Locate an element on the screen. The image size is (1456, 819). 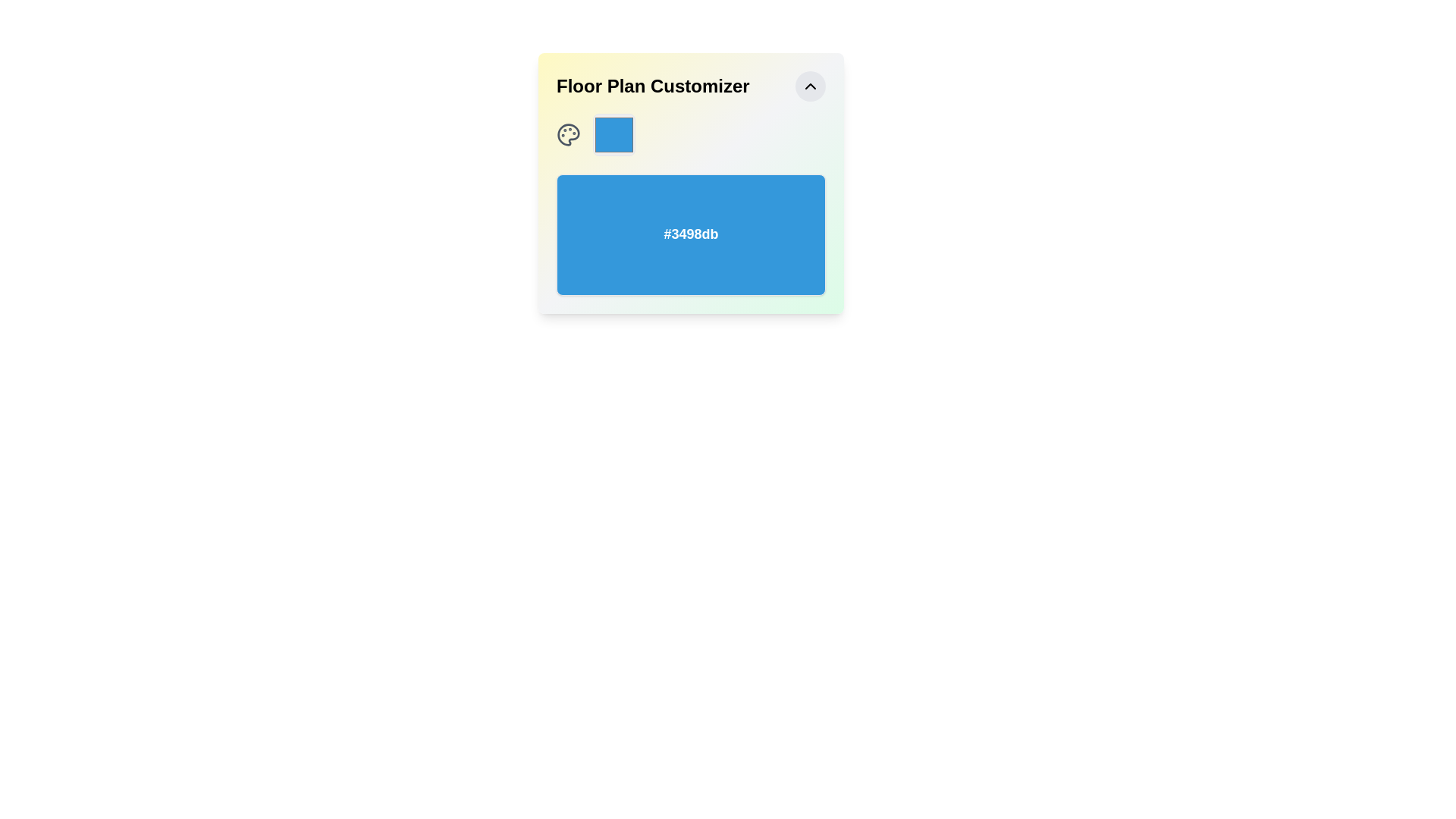
the Chevron-Up icon located in the top-right corner of the Floor Plan Customizer interface is located at coordinates (810, 86).